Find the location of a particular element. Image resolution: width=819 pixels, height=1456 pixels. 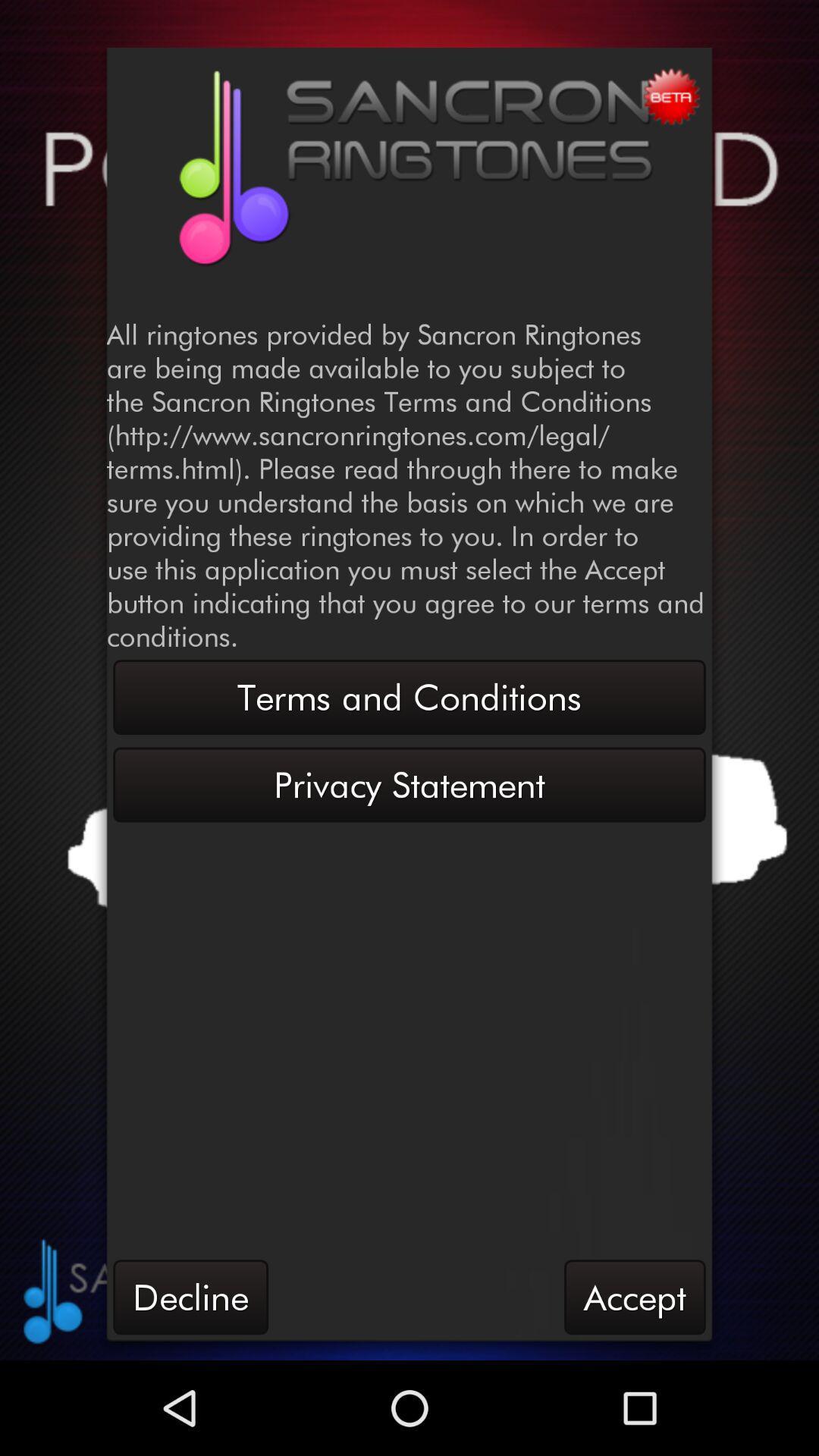

item below privacy statement is located at coordinates (190, 1296).